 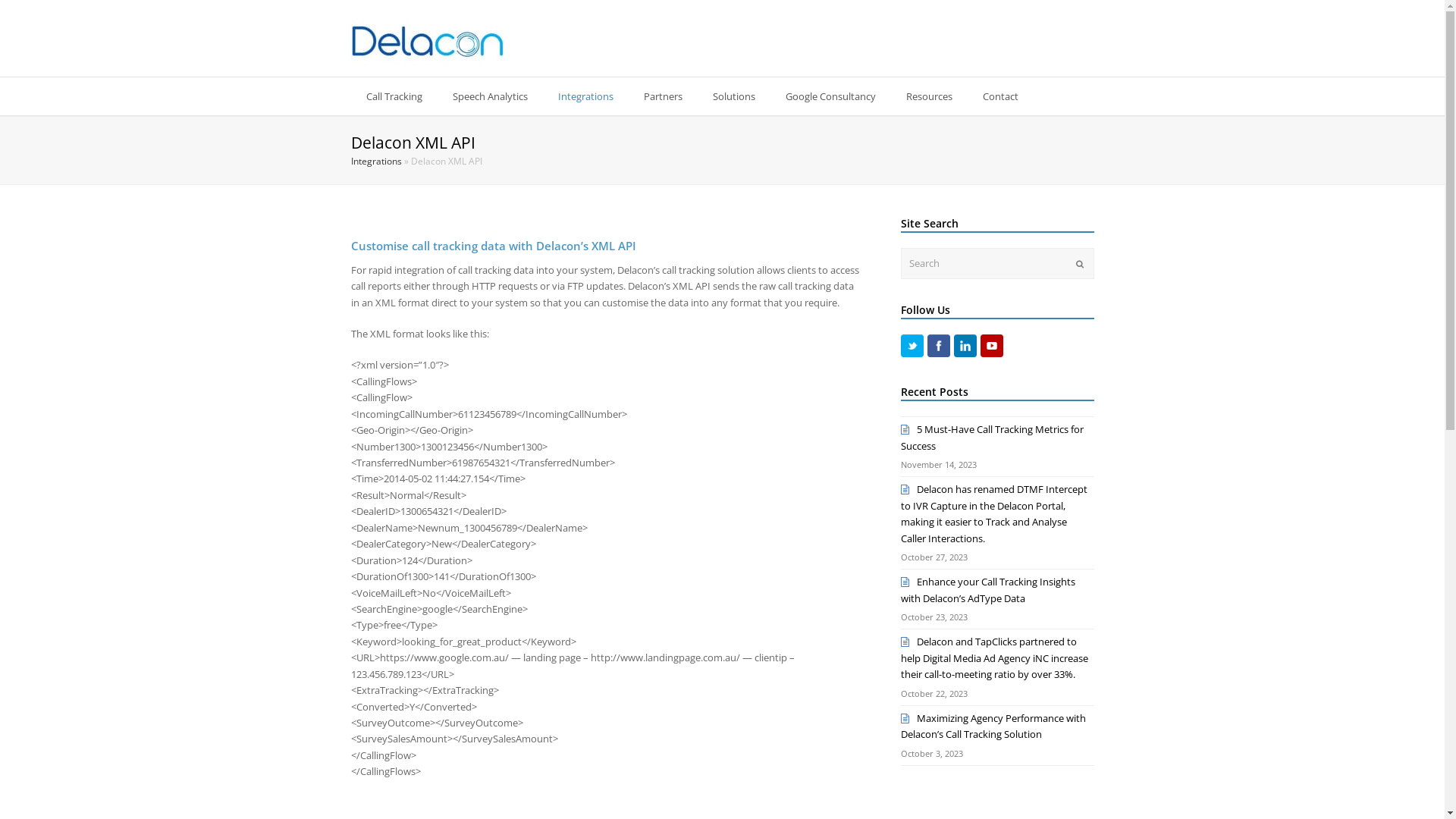 I want to click on 'Partners', so click(x=662, y=96).